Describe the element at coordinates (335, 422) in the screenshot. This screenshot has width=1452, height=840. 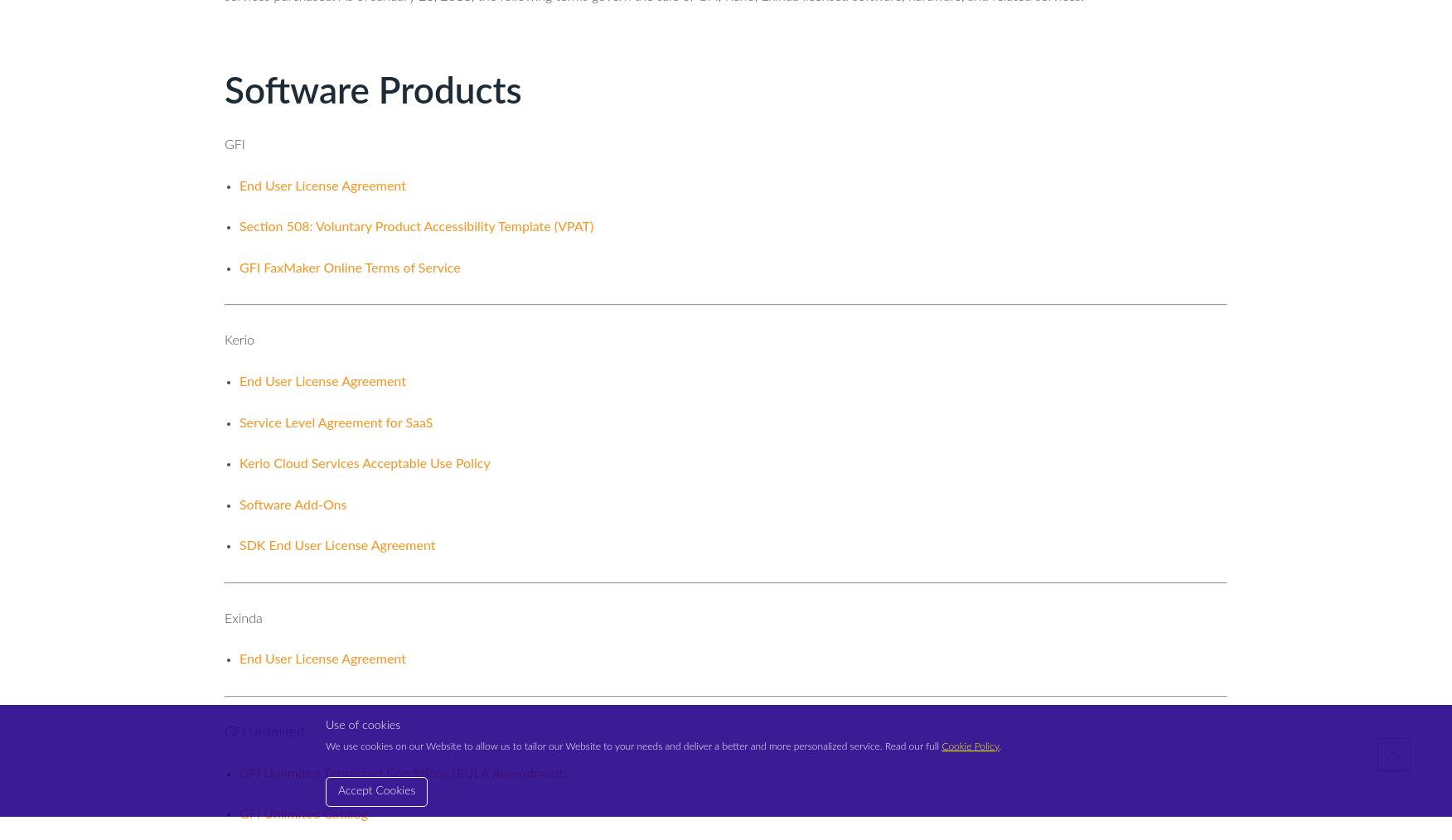
I see `'Service Level Agreement for SaaS'` at that location.